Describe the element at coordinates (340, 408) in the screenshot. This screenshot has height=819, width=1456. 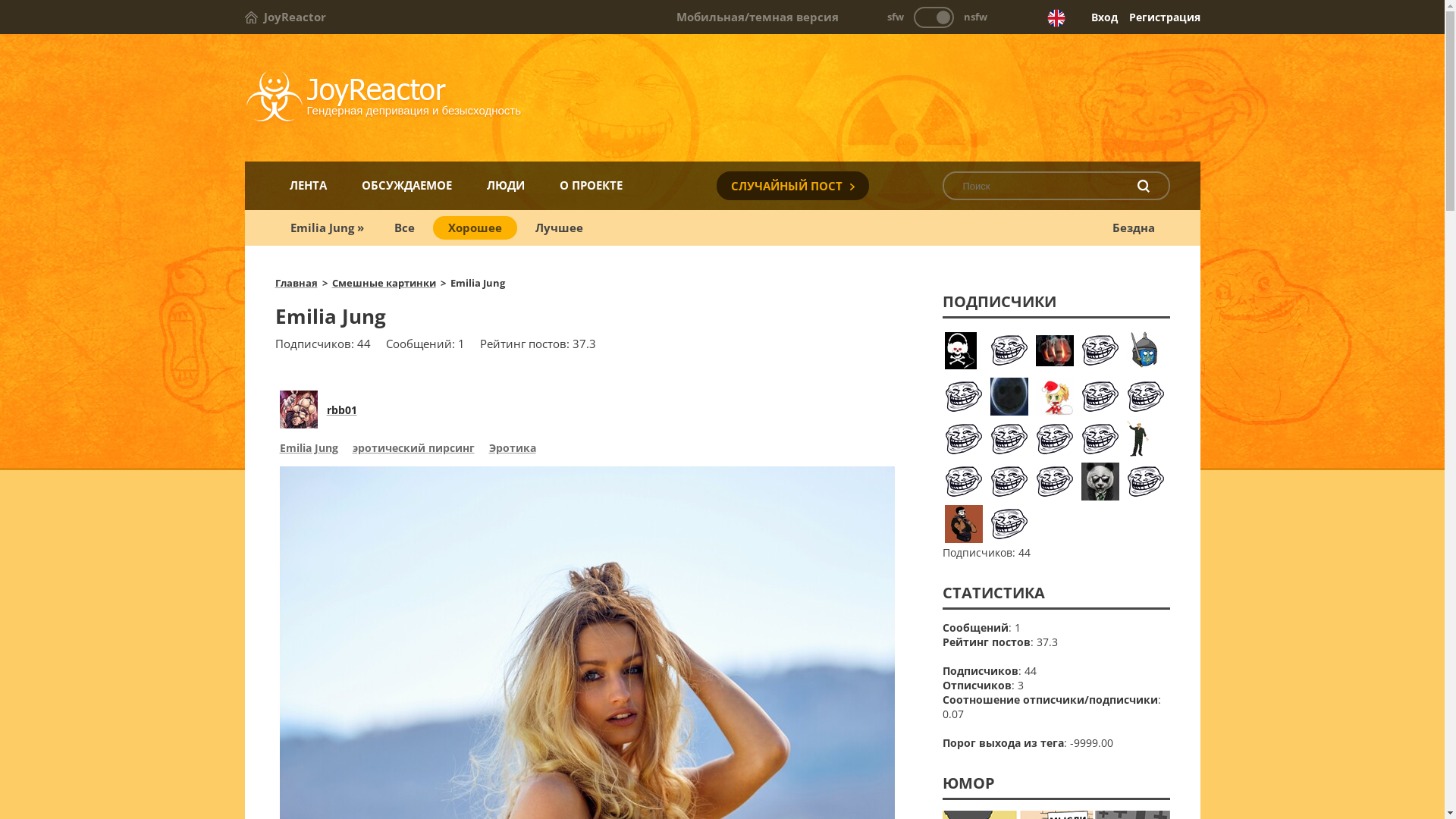
I see `'rbb01'` at that location.